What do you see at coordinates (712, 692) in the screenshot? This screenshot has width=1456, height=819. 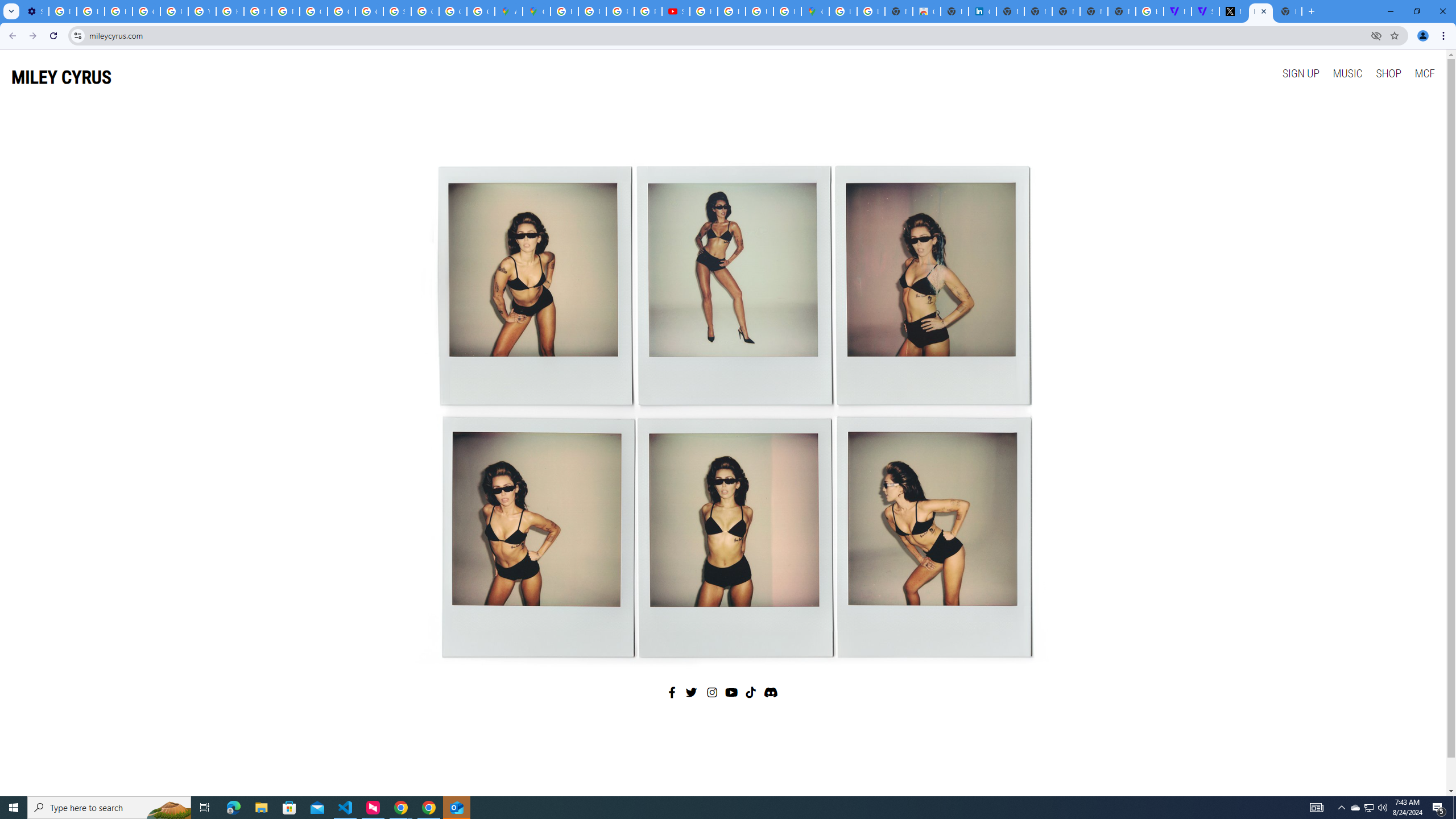 I see `'Instagram'` at bounding box center [712, 692].